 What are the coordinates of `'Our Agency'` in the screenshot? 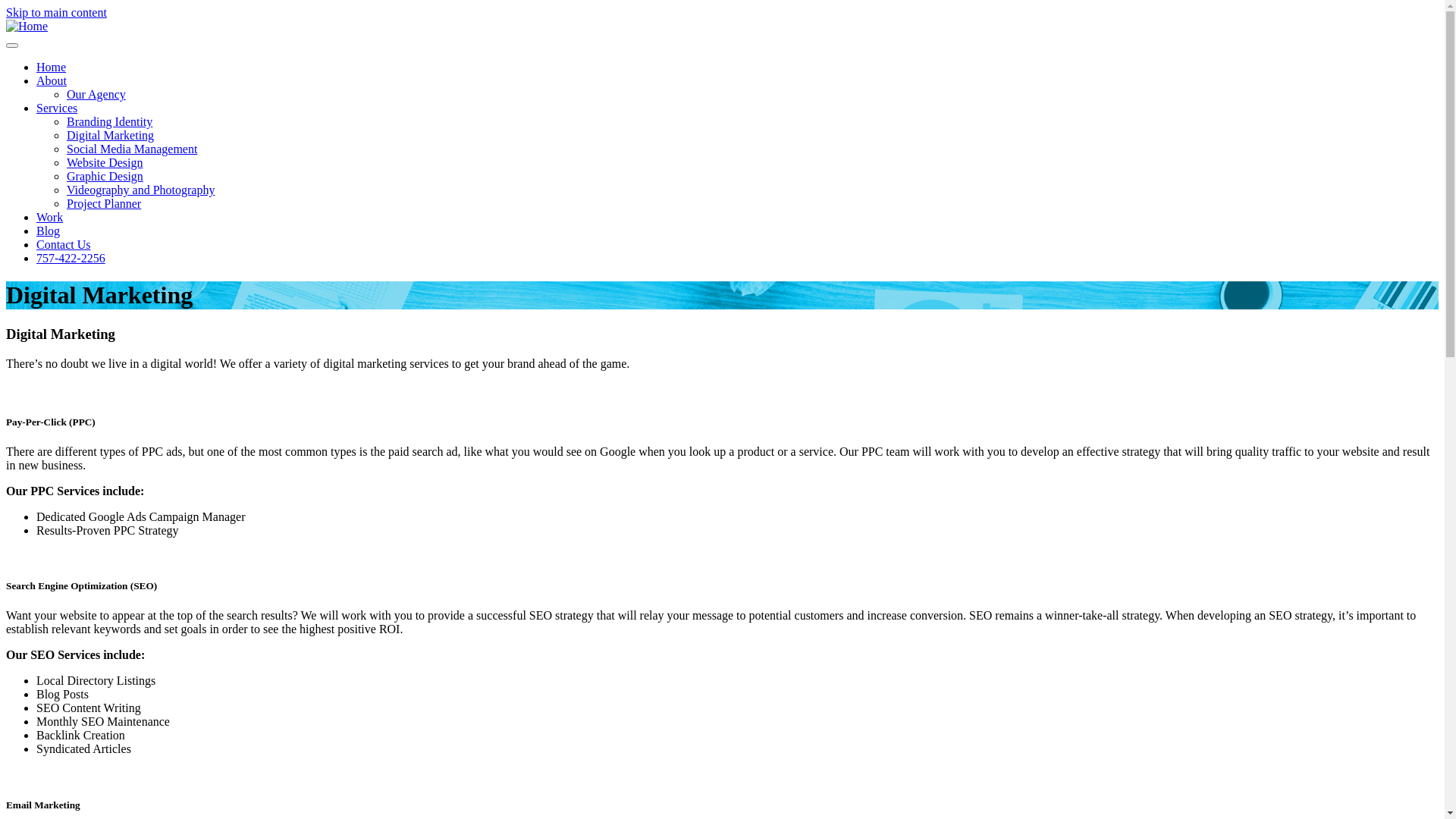 It's located at (95, 94).